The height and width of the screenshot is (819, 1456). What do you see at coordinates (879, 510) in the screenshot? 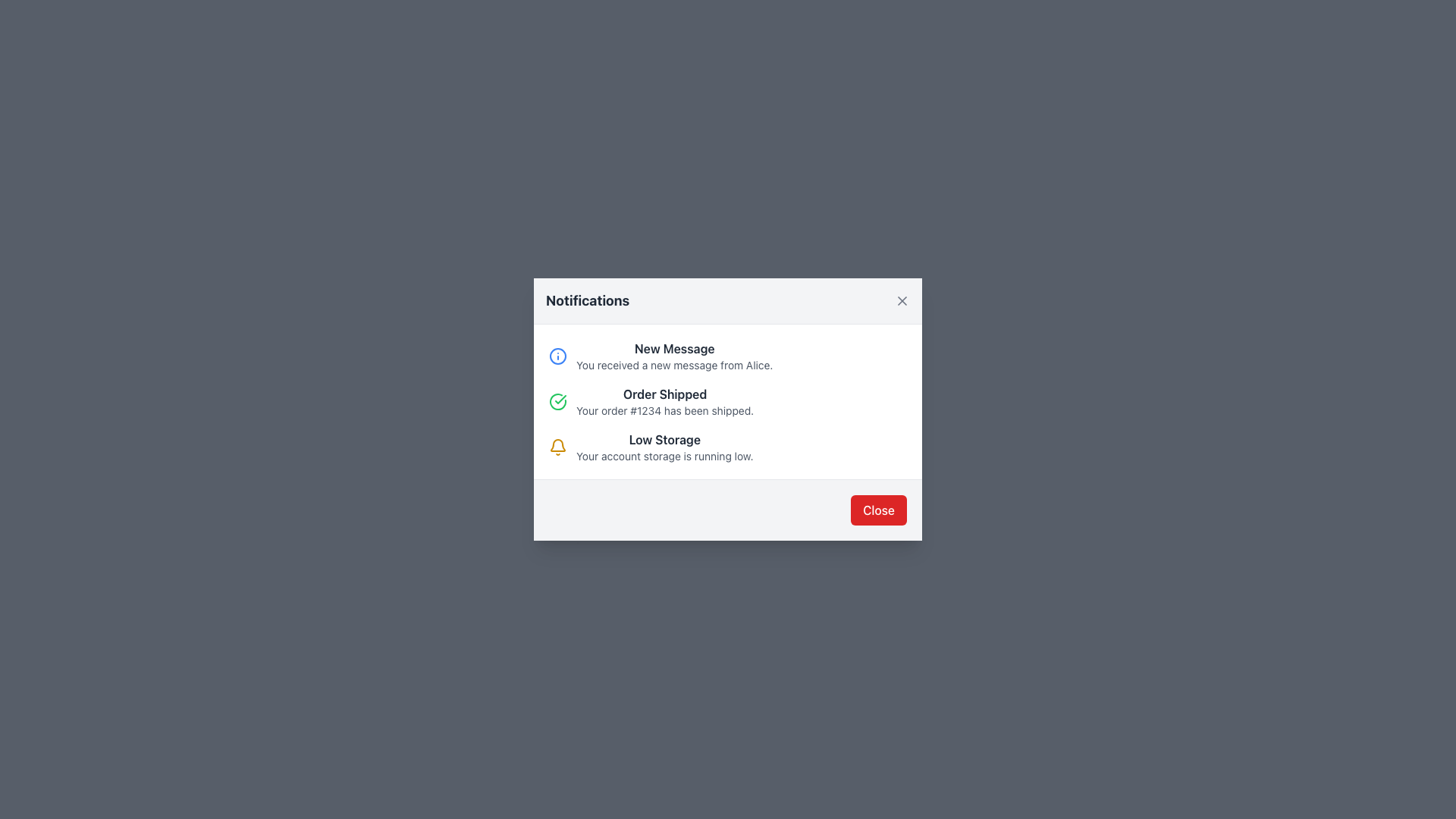
I see `the 'Close' button with a red background and white text in the bottom-right corner of the notification modal` at bounding box center [879, 510].